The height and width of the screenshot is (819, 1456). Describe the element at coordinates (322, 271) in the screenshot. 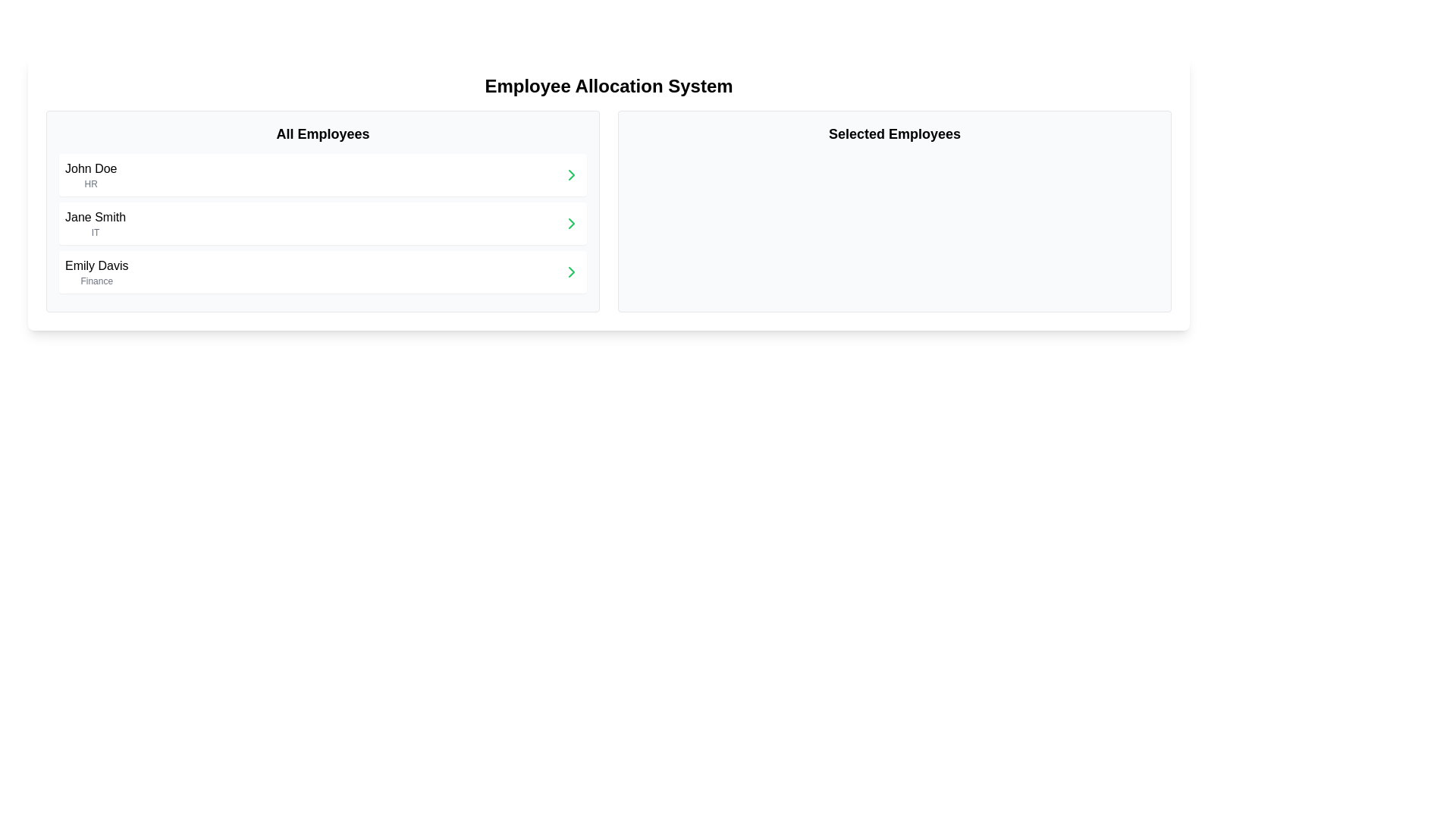

I see `the clickable list item representing employee Emily Davis in the Finance department` at that location.